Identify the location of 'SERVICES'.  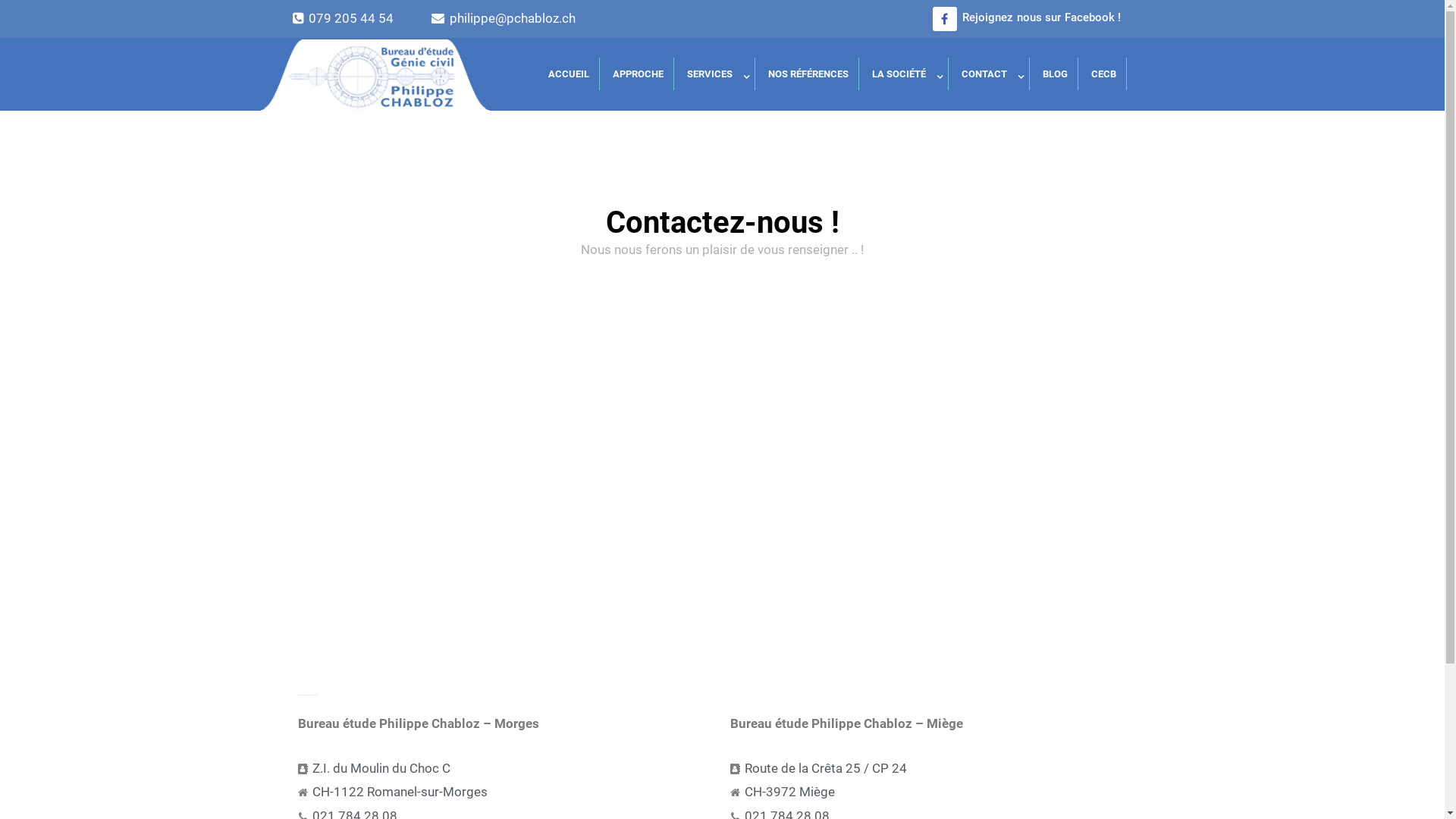
(715, 74).